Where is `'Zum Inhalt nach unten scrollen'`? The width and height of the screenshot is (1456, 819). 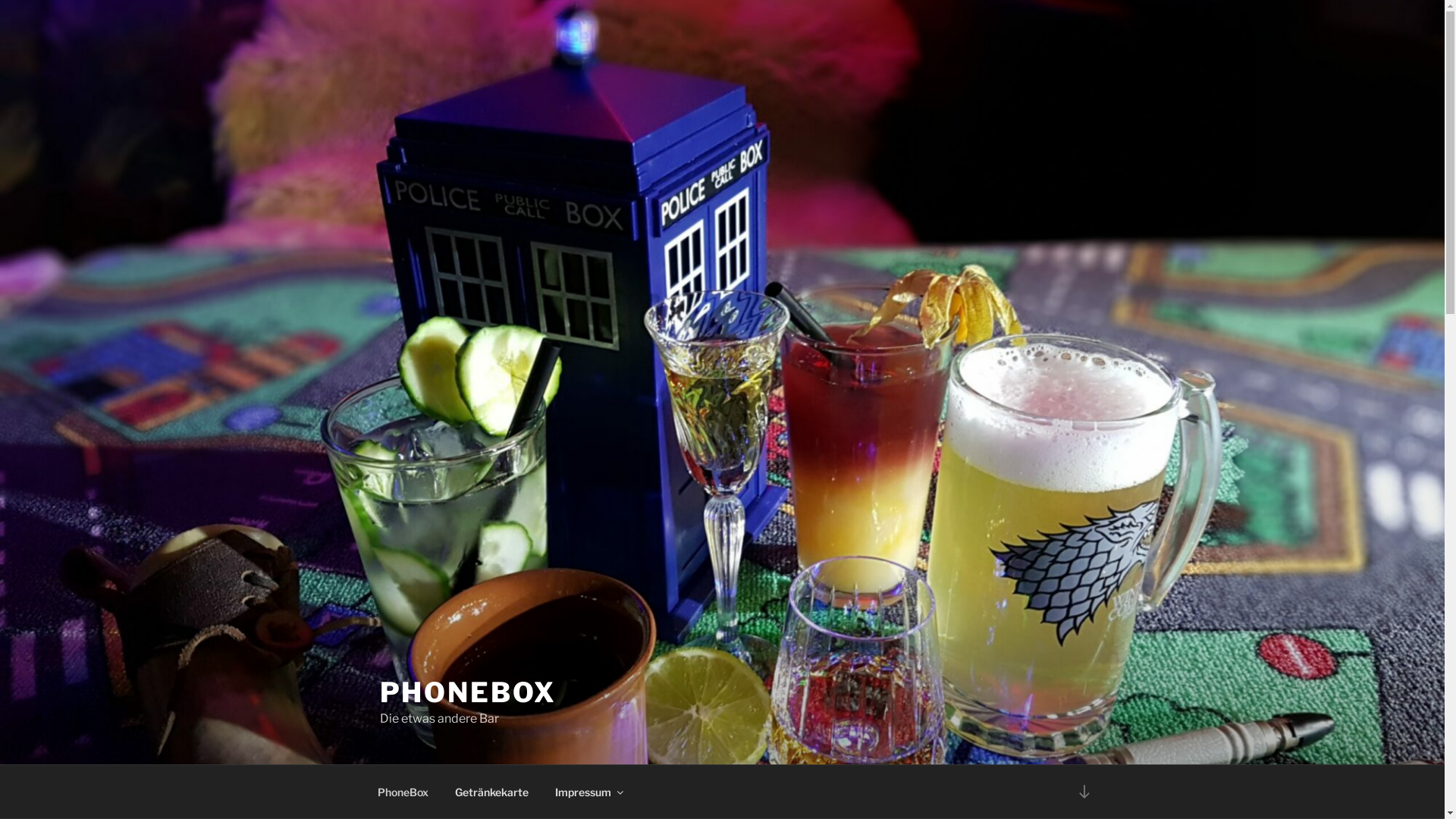 'Zum Inhalt nach unten scrollen' is located at coordinates (1083, 790).